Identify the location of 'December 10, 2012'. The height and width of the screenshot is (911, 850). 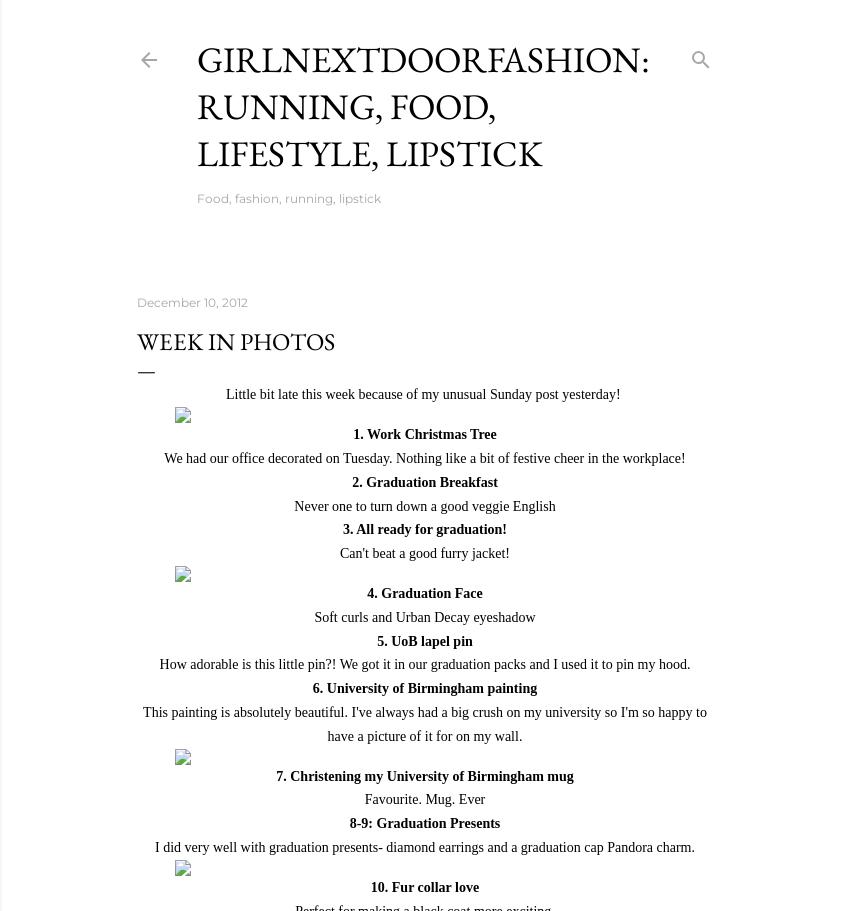
(191, 302).